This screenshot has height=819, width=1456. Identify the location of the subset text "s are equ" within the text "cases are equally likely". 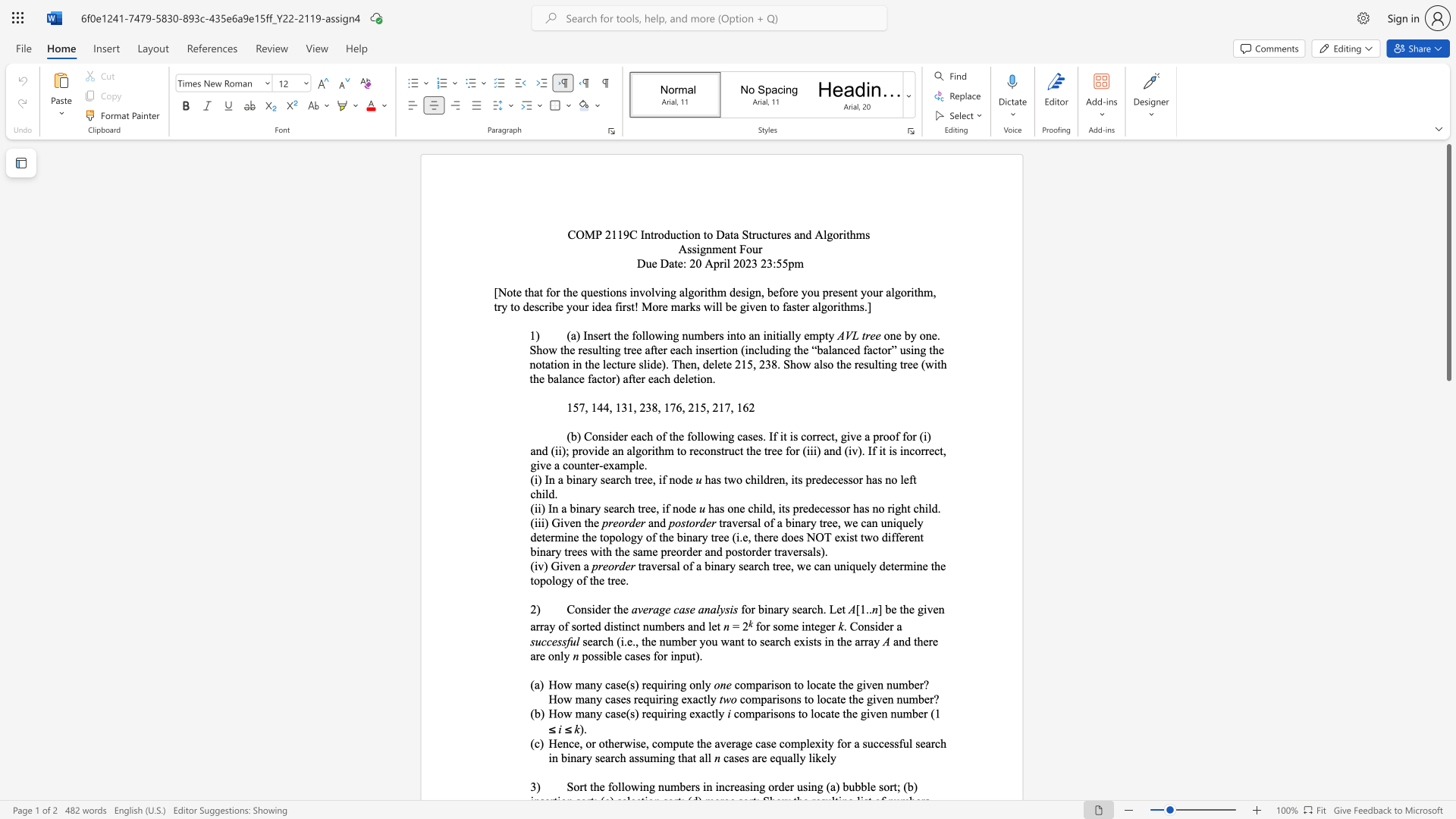
(744, 758).